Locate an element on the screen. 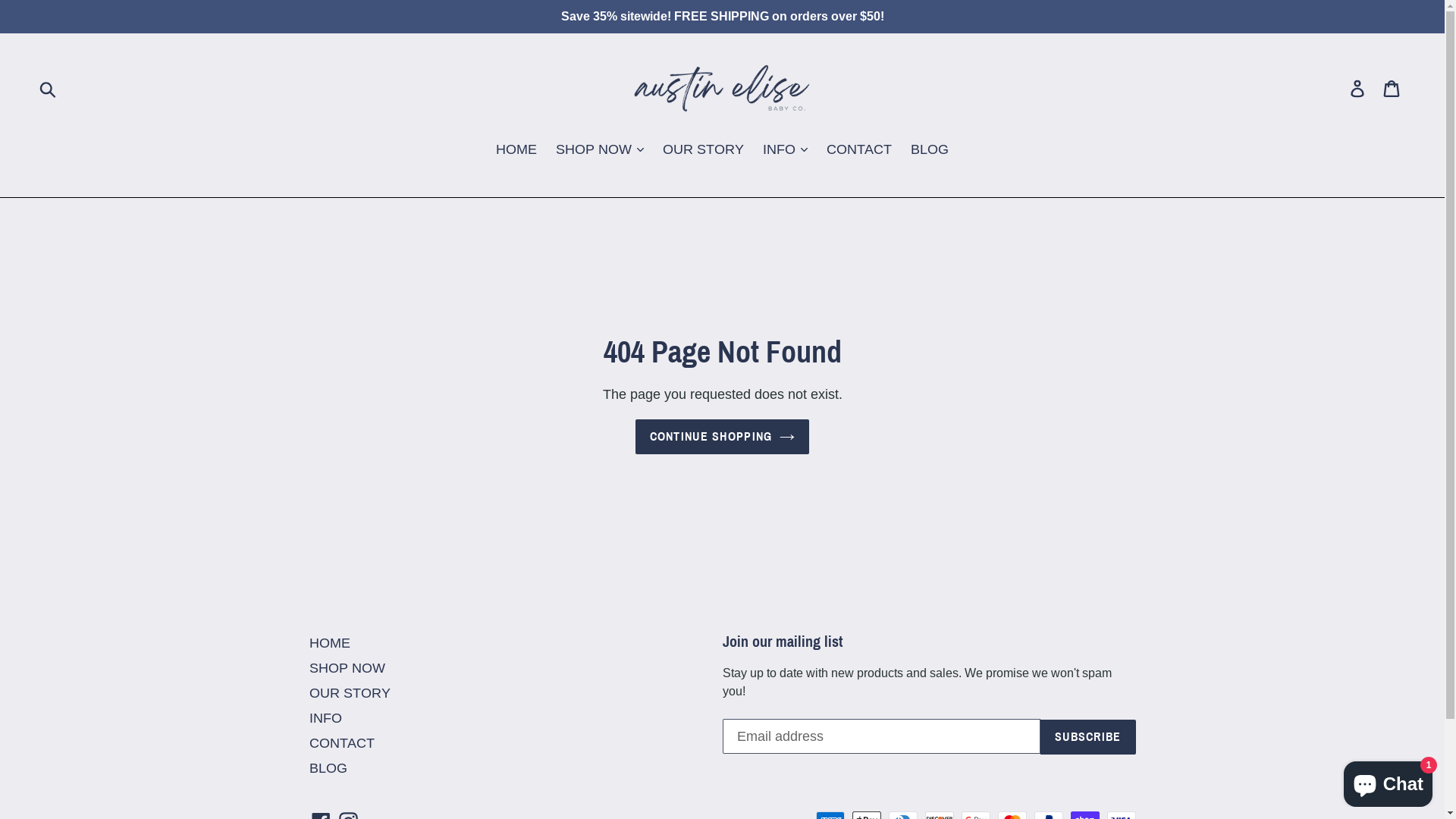  'HOME' is located at coordinates (488, 149).